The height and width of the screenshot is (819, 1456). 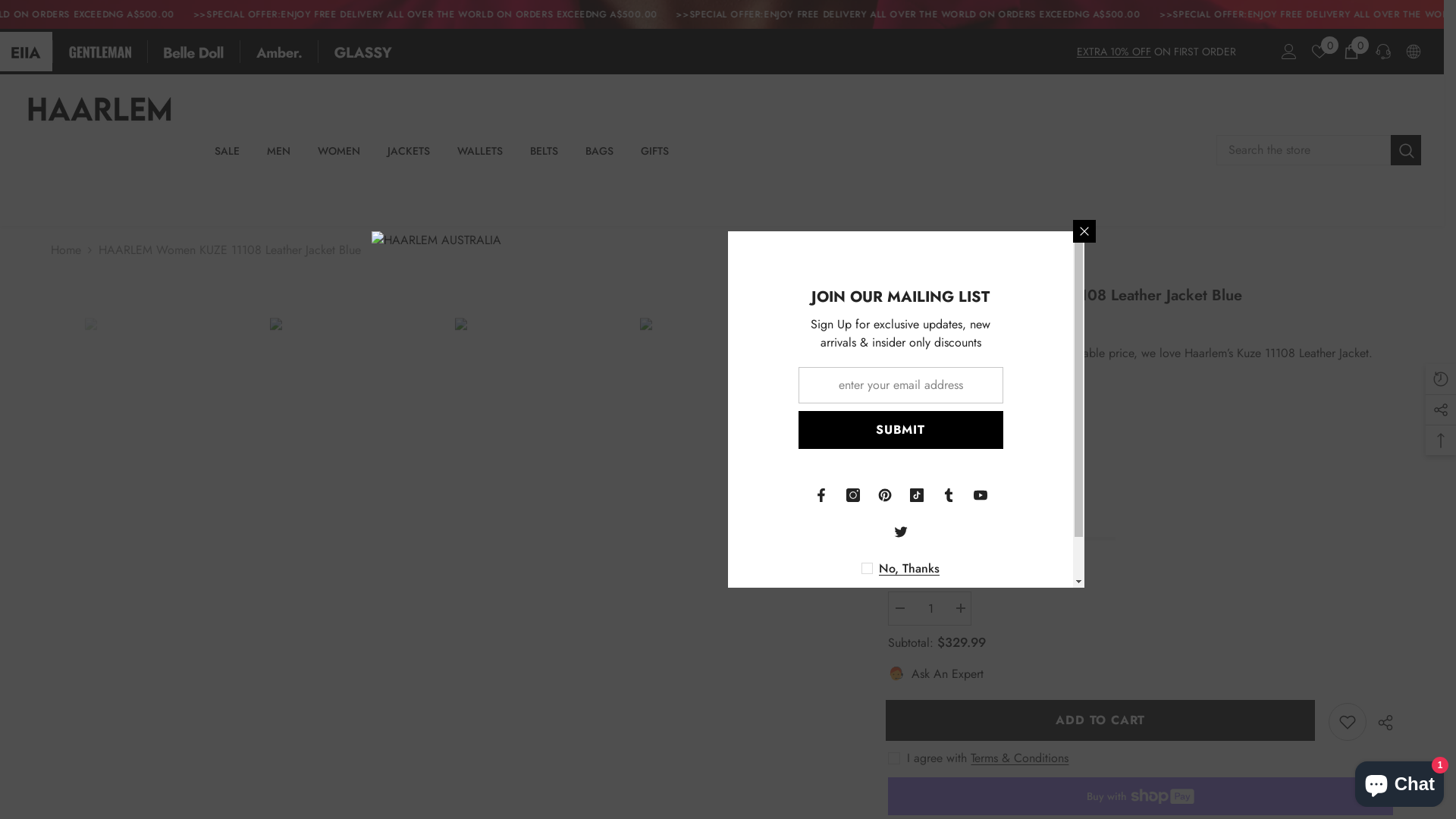 What do you see at coordinates (408, 157) in the screenshot?
I see `'JACKETS'` at bounding box center [408, 157].